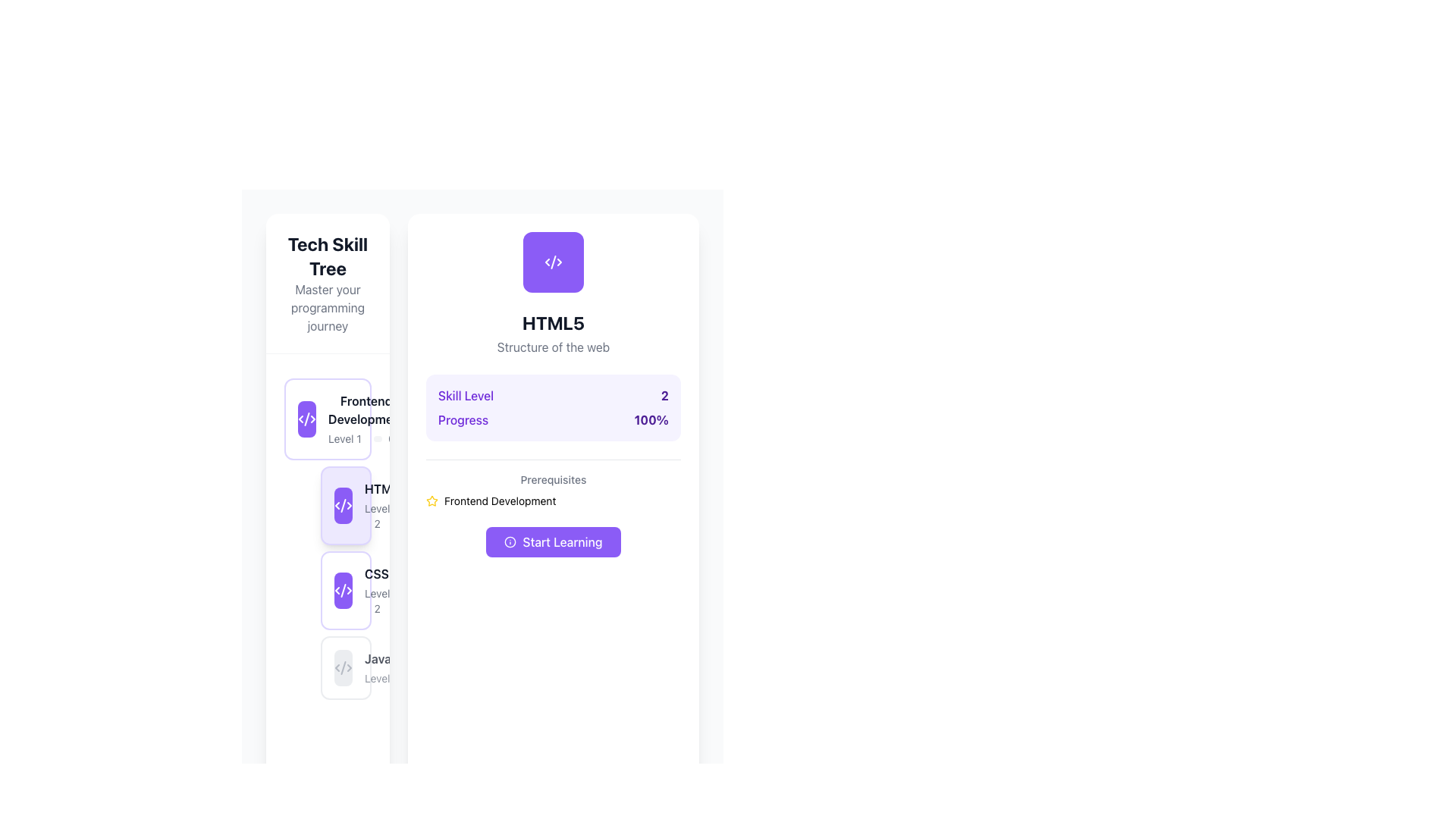 This screenshot has width=1456, height=819. What do you see at coordinates (327, 582) in the screenshot?
I see `the second card element in the Frontend Development section, which indicates CSS3 Level 2 with 80% progress` at bounding box center [327, 582].